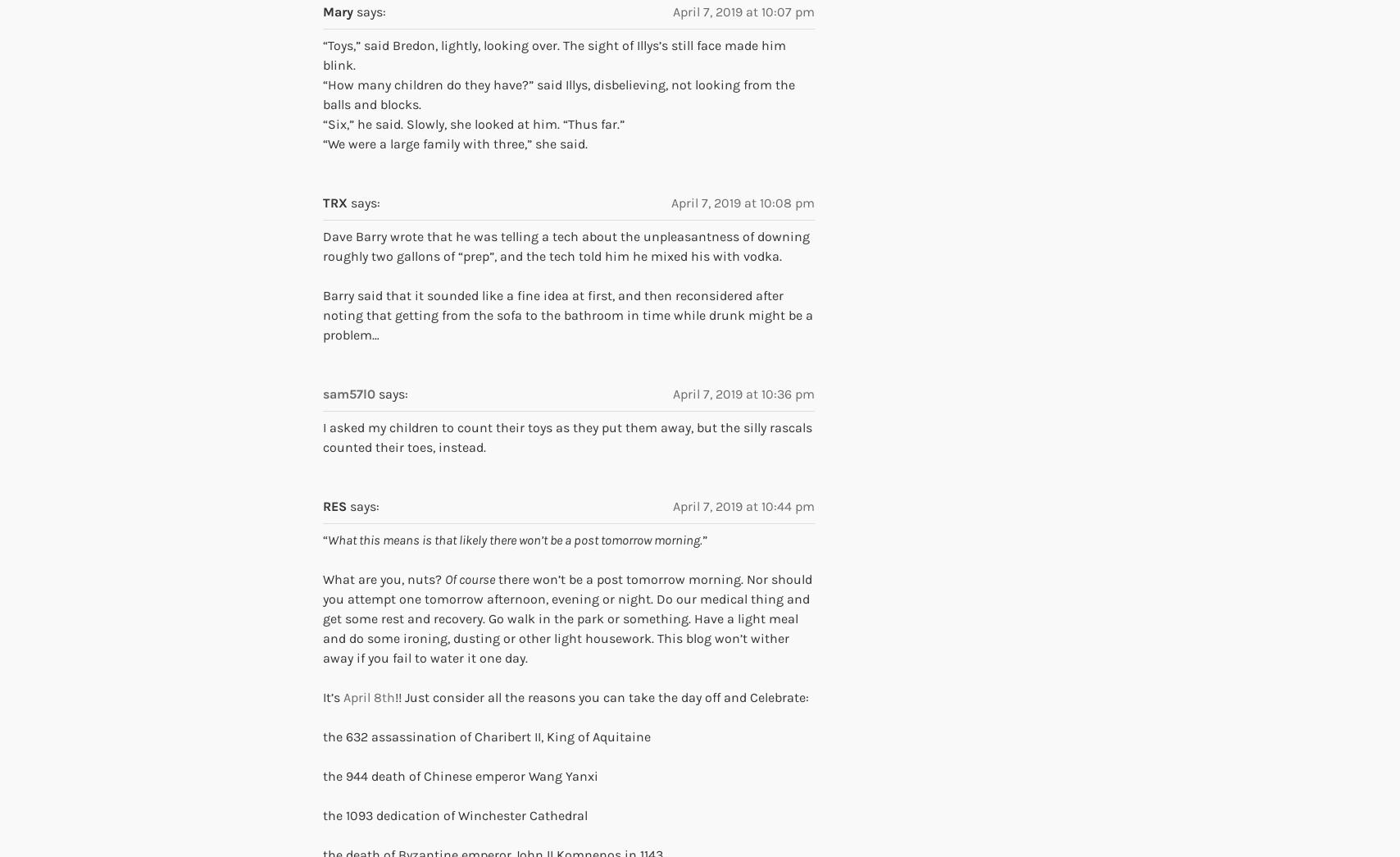 The image size is (1400, 857). I want to click on 'I asked my children to count their toys as they put them away, but the silly rascals counted their toes, instead.', so click(323, 437).